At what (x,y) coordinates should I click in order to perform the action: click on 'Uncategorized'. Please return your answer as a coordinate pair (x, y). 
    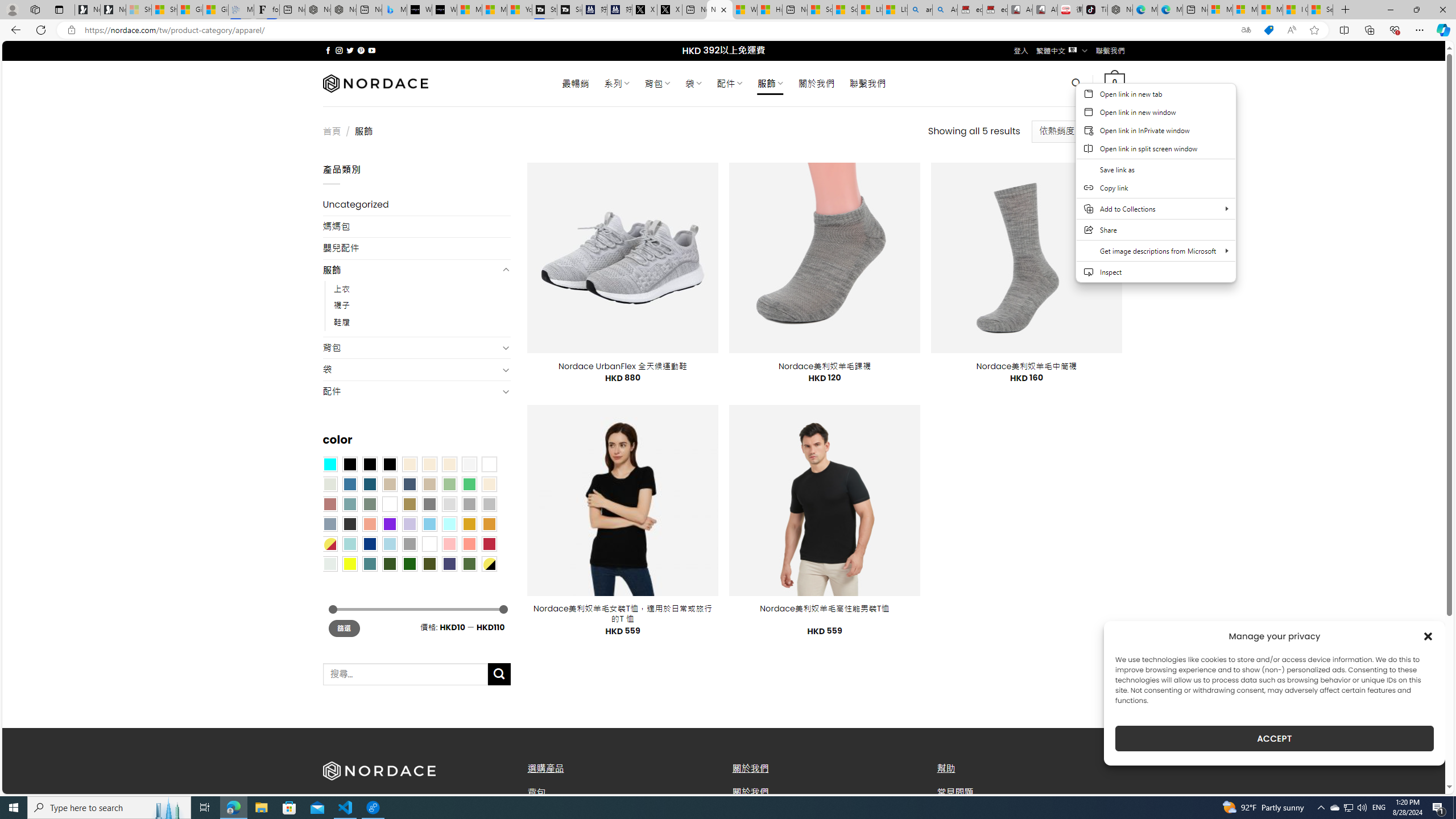
    Looking at the image, I should click on (416, 205).